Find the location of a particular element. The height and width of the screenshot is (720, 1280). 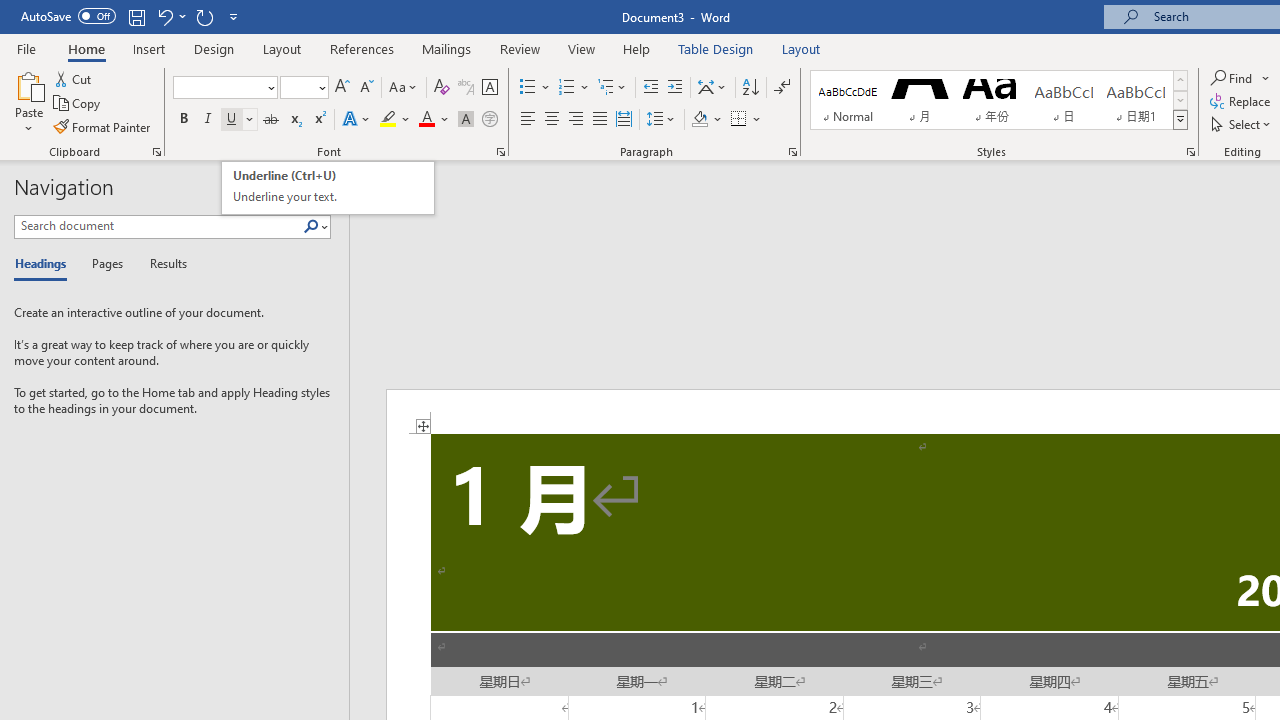

'Shrink Font' is located at coordinates (366, 86).